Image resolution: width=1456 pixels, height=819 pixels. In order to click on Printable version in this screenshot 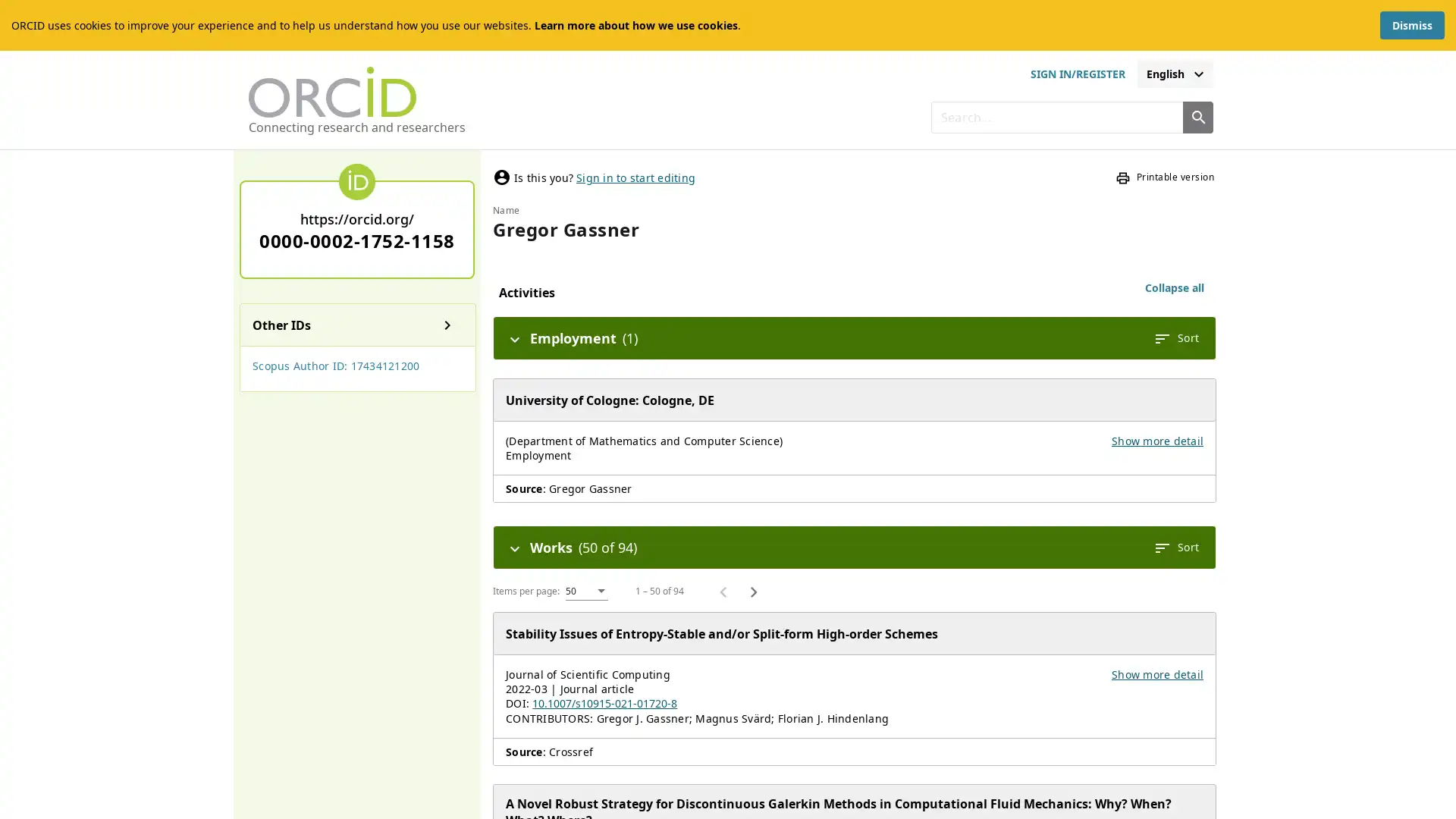, I will do `click(1164, 177)`.